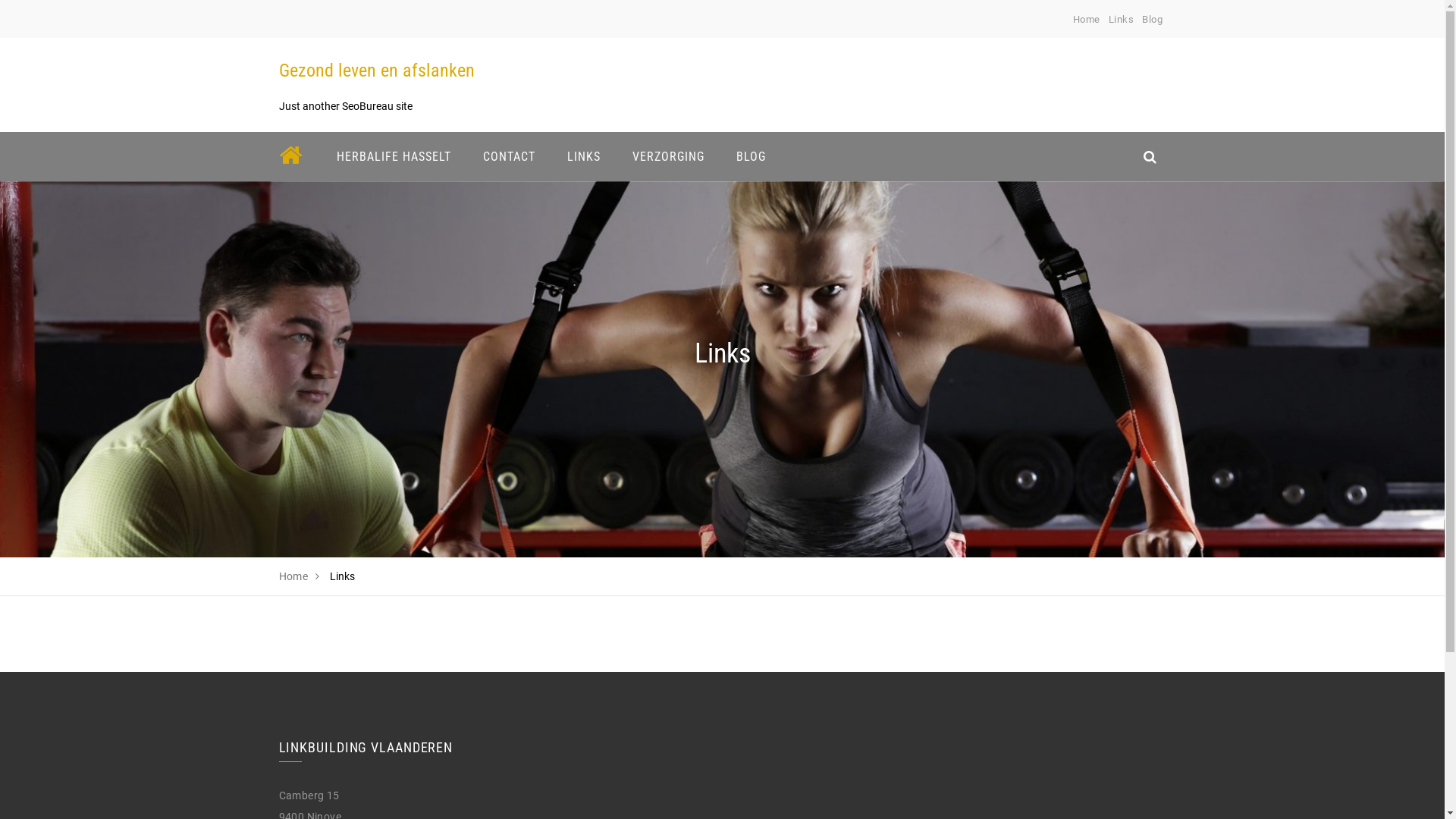 The image size is (1456, 819). I want to click on 'Gezond leven en afslanken', so click(377, 70).